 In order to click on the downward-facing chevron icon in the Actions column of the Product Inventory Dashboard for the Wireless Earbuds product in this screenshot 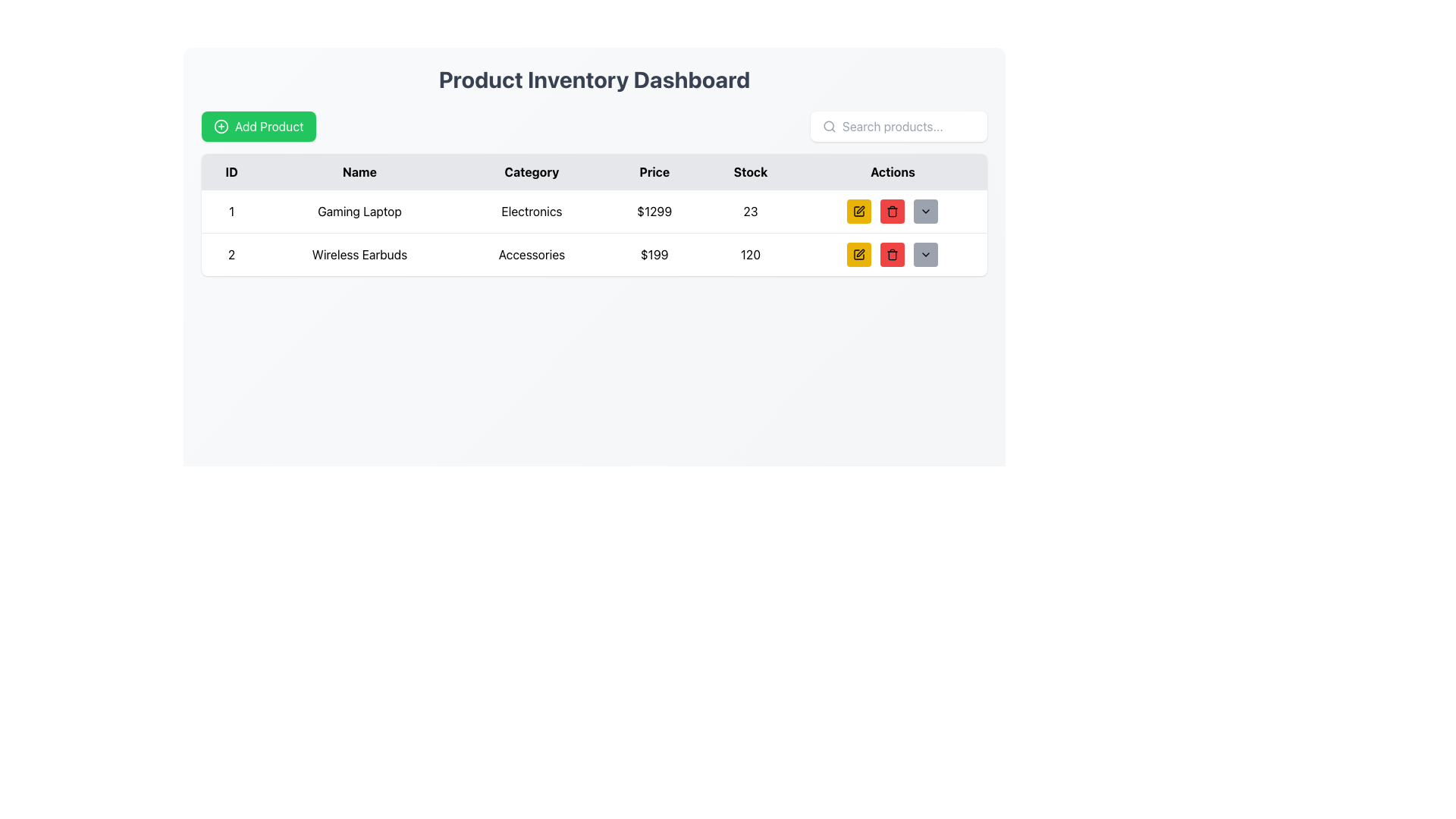, I will do `click(925, 253)`.